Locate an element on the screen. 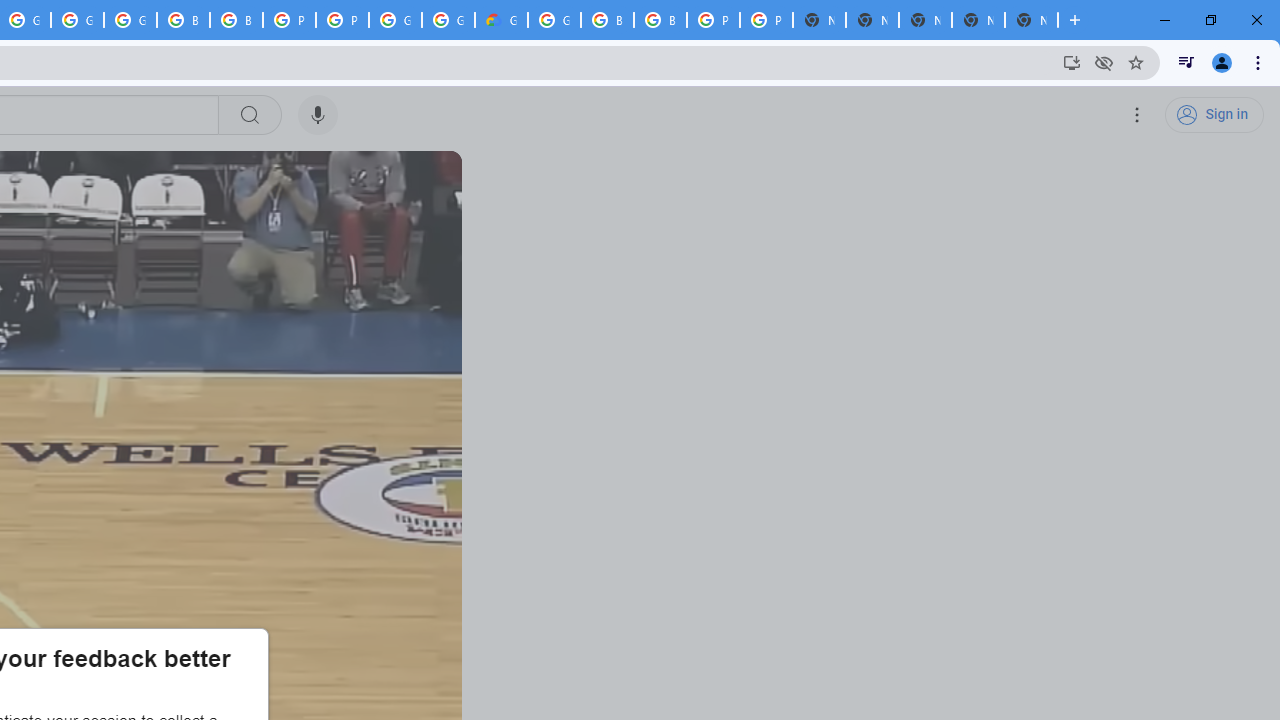 This screenshot has width=1280, height=720. 'New Tab' is located at coordinates (1031, 20).